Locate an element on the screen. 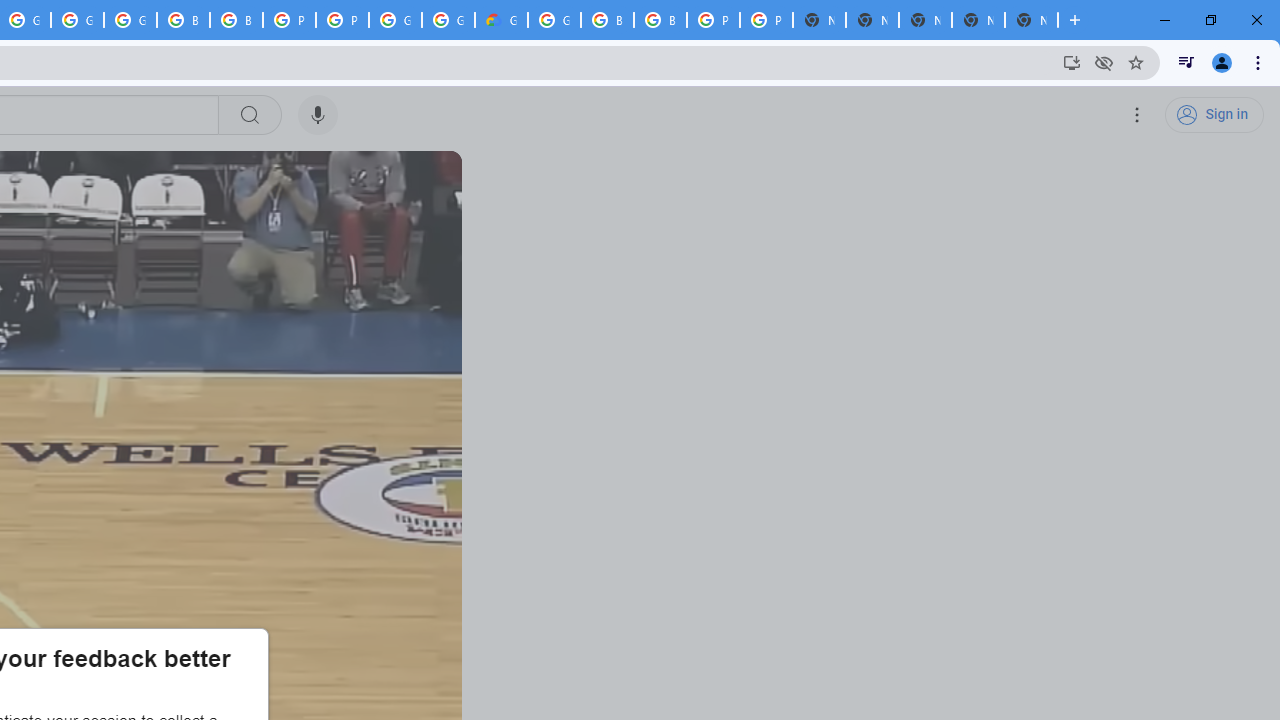 This screenshot has width=1280, height=720. 'New Tab' is located at coordinates (1031, 20).